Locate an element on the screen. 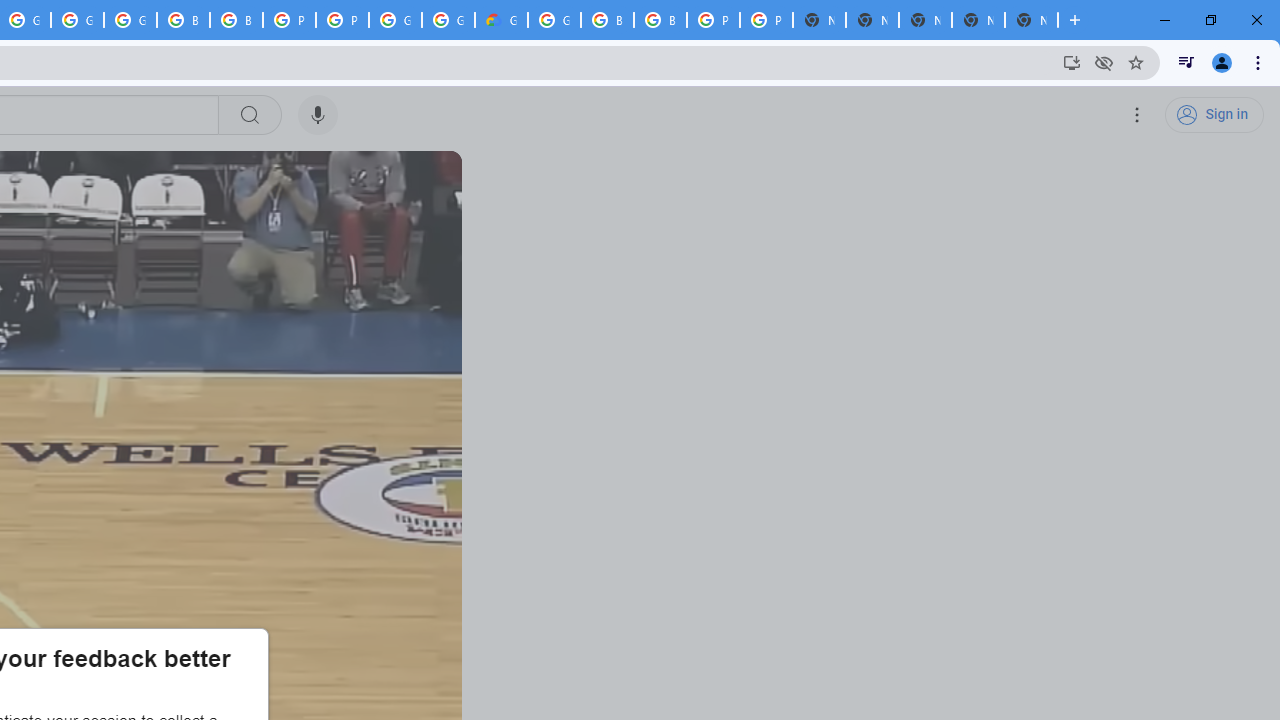 This screenshot has width=1280, height=720. 'New Tab' is located at coordinates (1031, 20).